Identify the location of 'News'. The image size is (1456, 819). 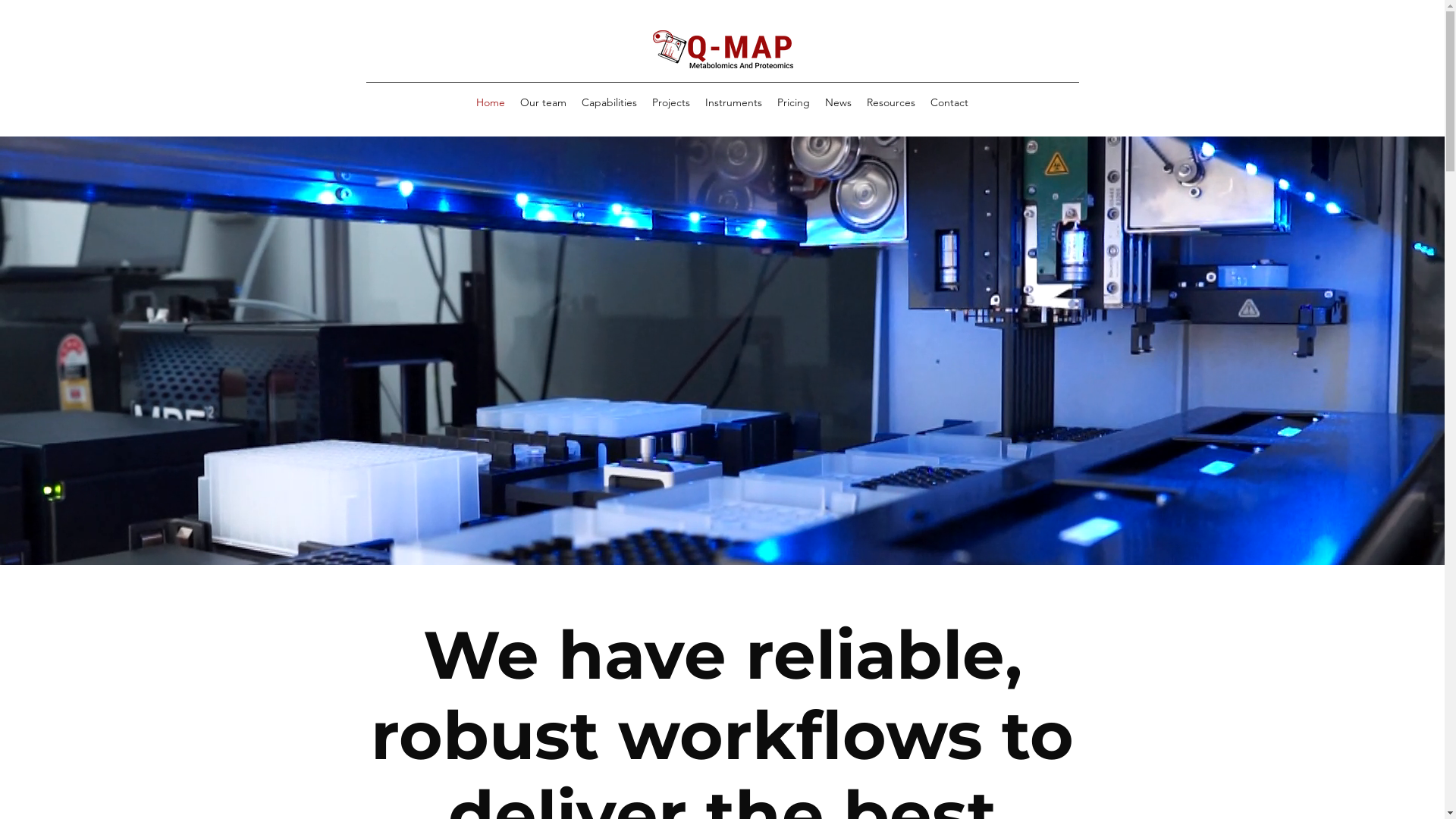
(837, 102).